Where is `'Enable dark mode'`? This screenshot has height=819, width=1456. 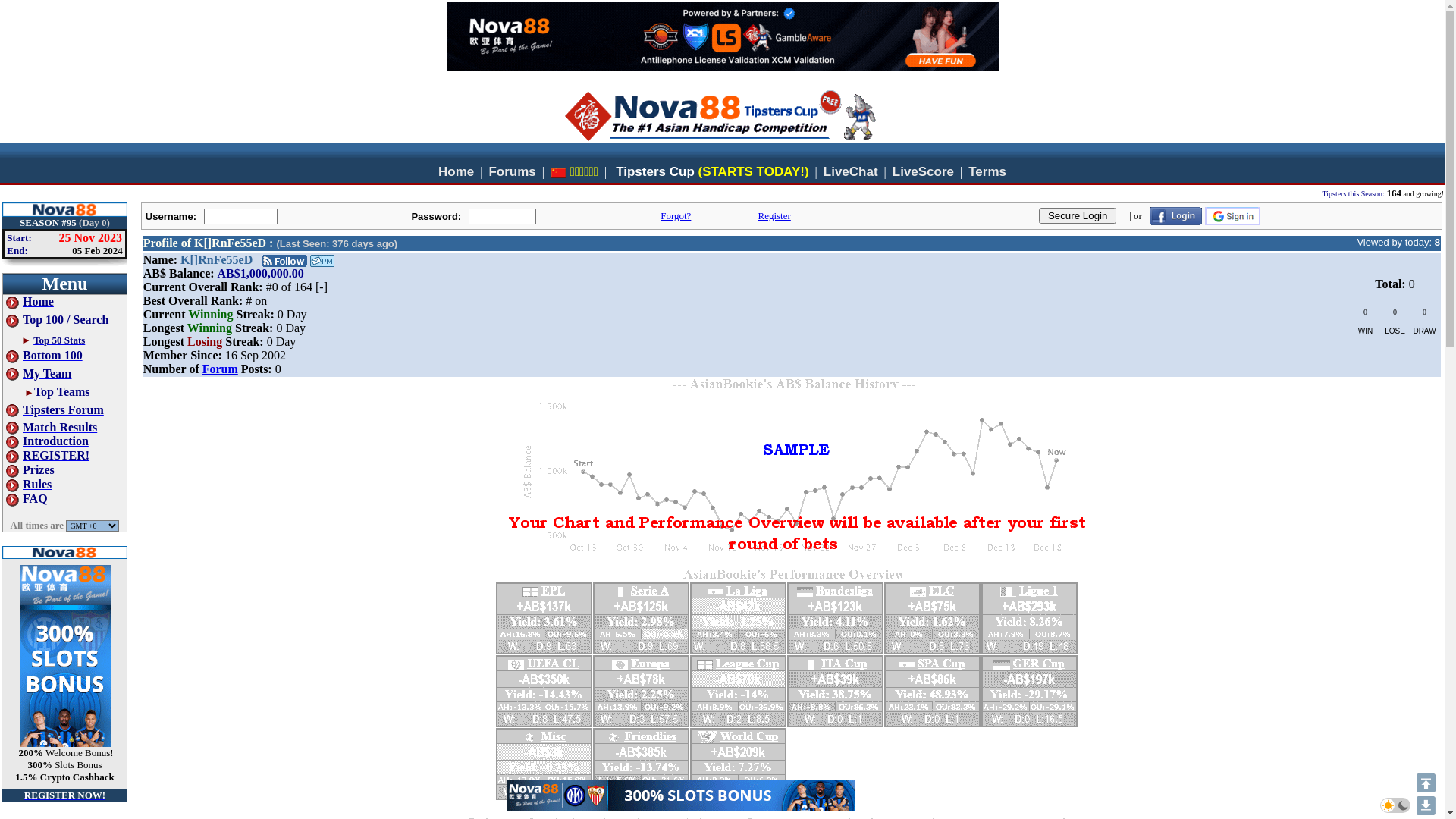
'Enable dark mode' is located at coordinates (1395, 804).